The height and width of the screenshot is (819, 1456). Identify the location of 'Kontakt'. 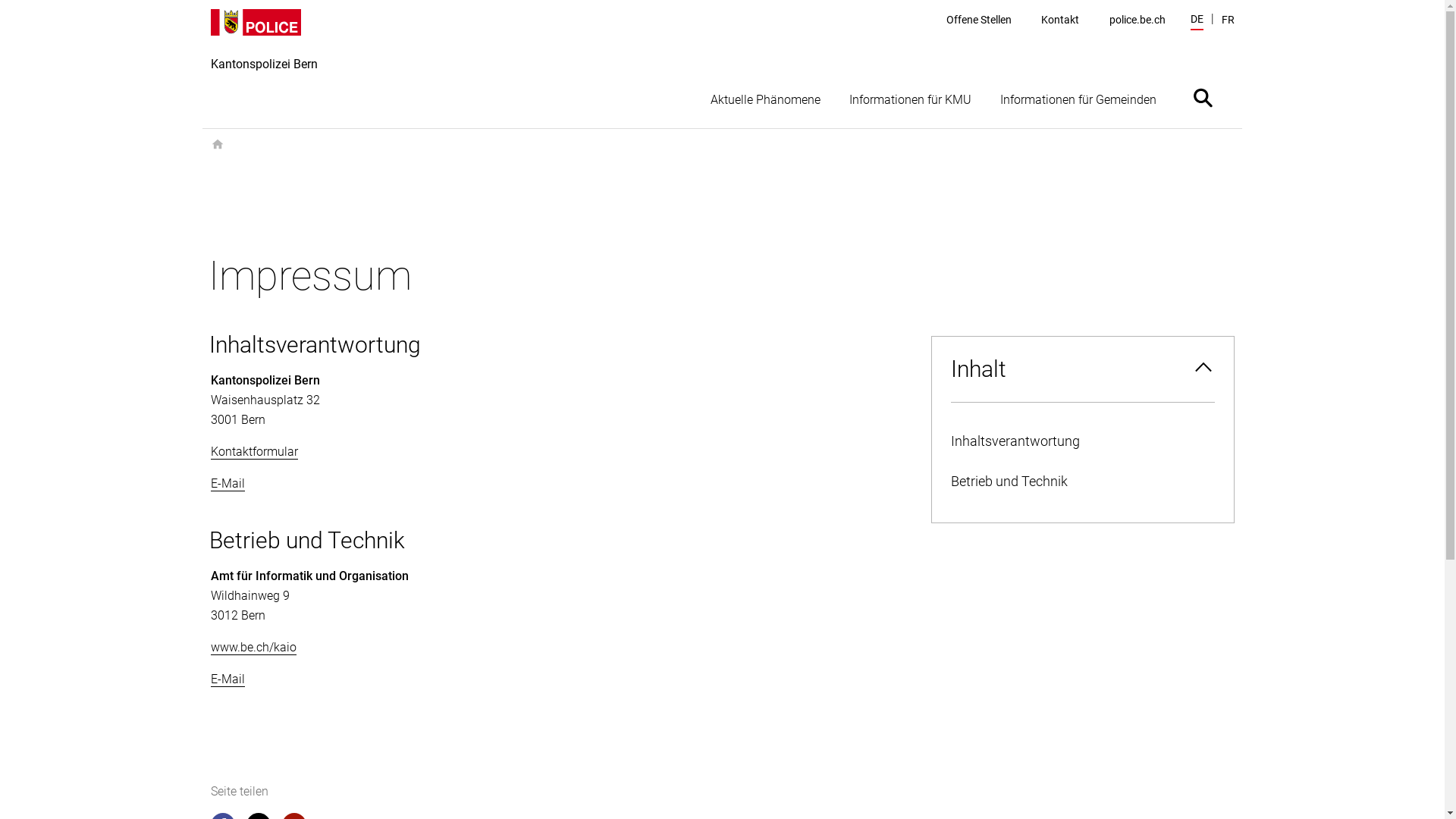
(1040, 20).